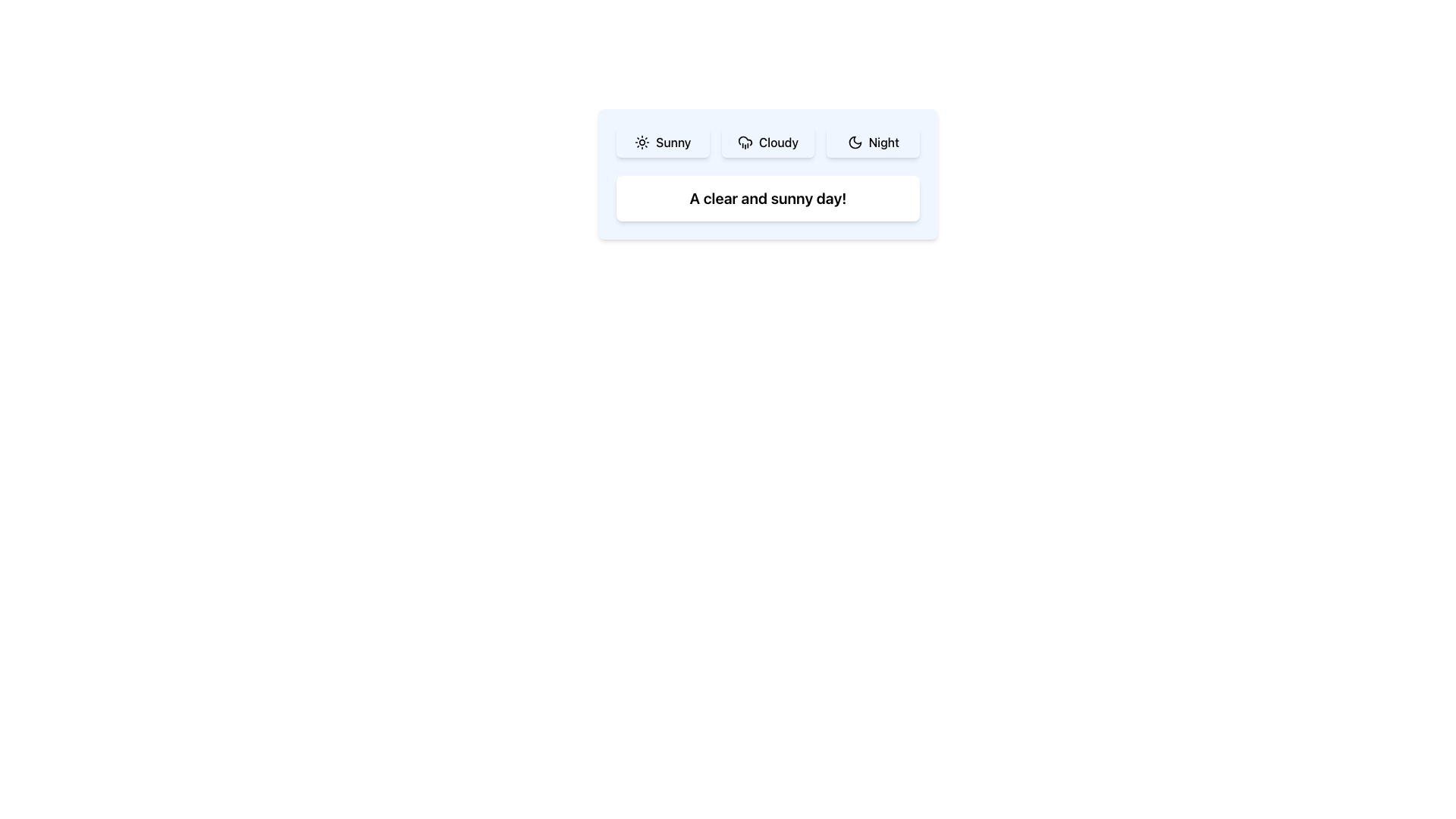 This screenshot has width=1456, height=819. I want to click on the first button labeled 'Sunny', which has a light gray background and a sun icon, so click(663, 143).